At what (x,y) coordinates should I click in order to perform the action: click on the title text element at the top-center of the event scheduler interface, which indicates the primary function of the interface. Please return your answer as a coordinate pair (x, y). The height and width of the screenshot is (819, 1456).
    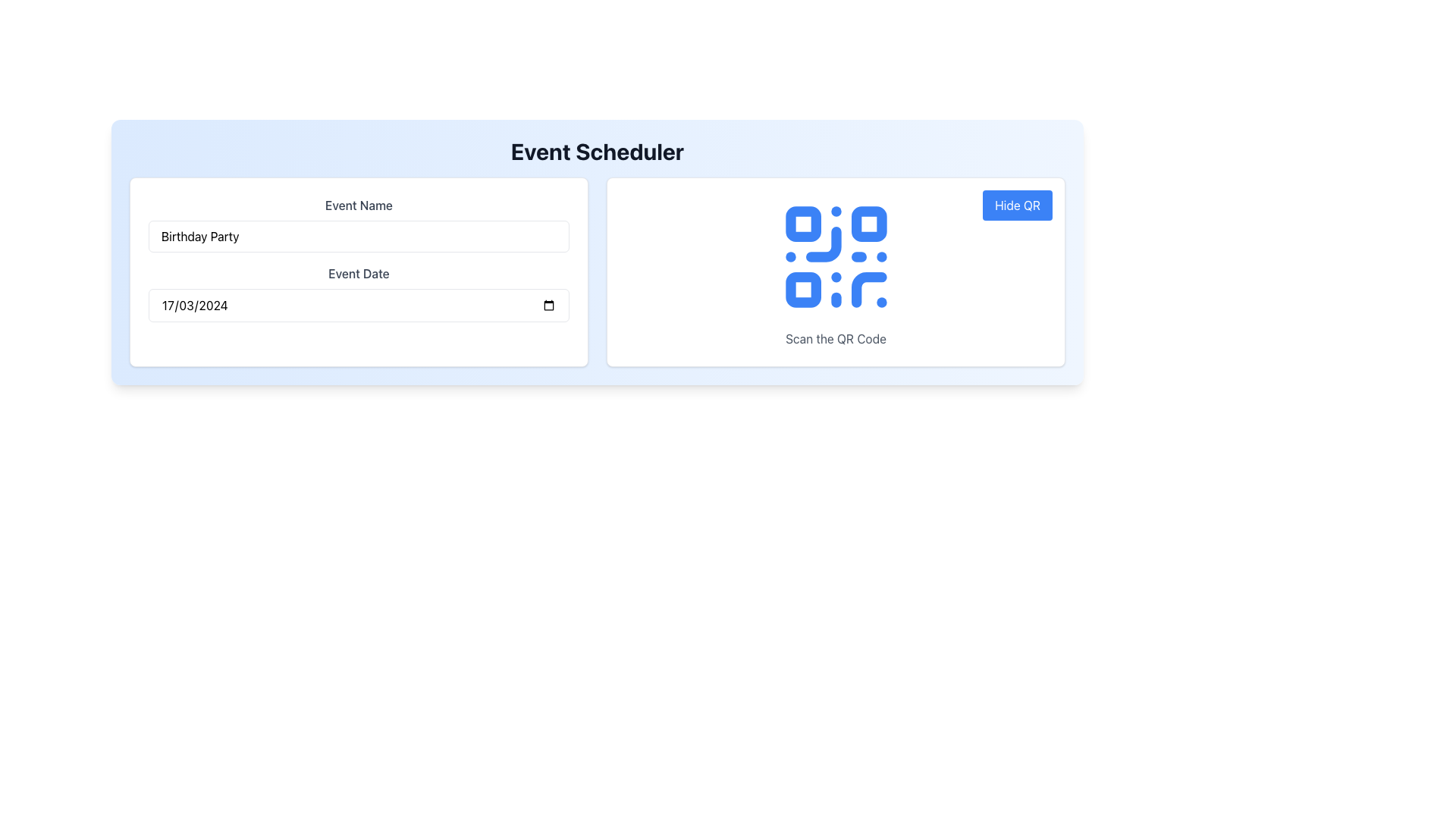
    Looking at the image, I should click on (596, 152).